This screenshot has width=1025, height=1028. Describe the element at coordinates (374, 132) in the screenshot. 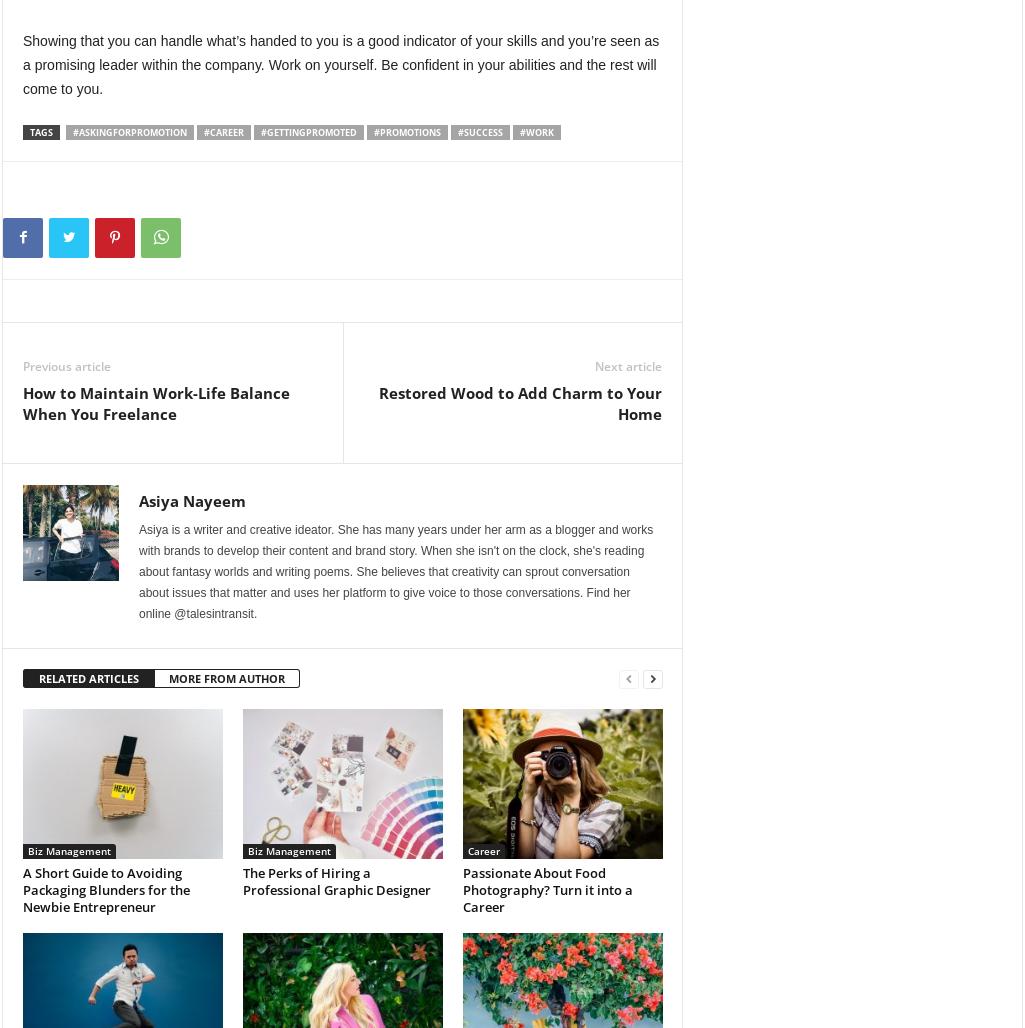

I see `'#PROMOTIONS'` at that location.